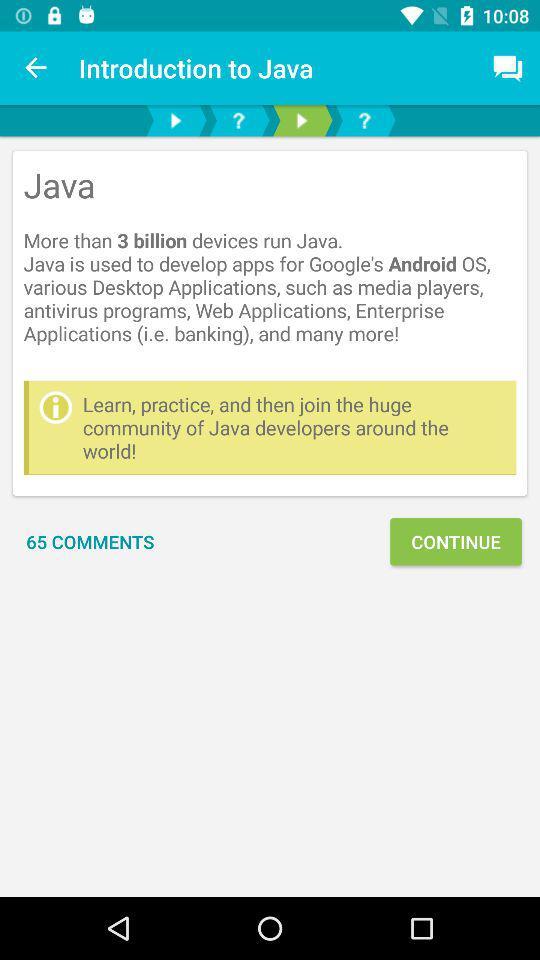 The width and height of the screenshot is (540, 960). I want to click on continue item, so click(455, 541).